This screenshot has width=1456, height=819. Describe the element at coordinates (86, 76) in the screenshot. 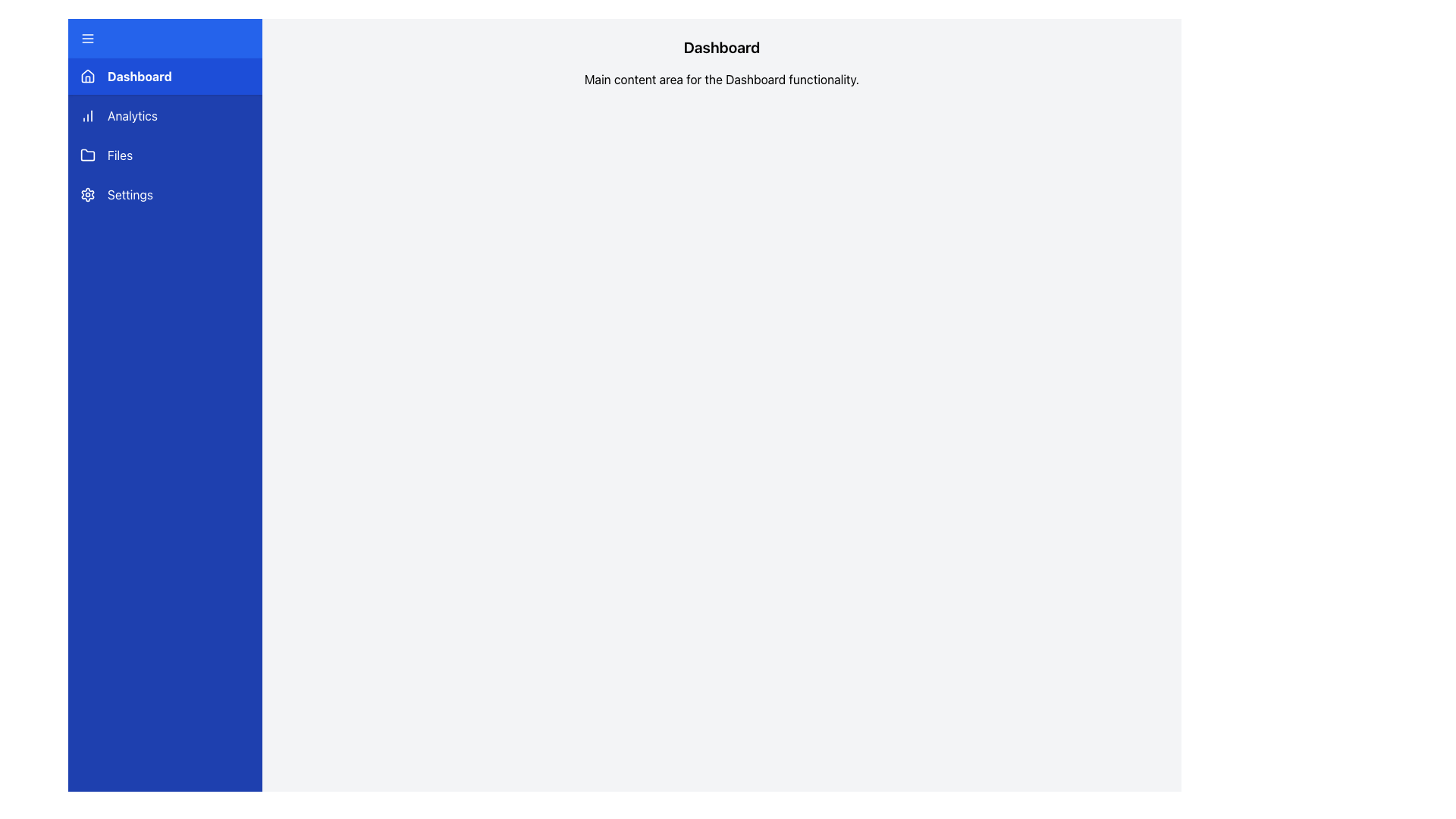

I see `the small house icon in the blue sidebar menu` at that location.